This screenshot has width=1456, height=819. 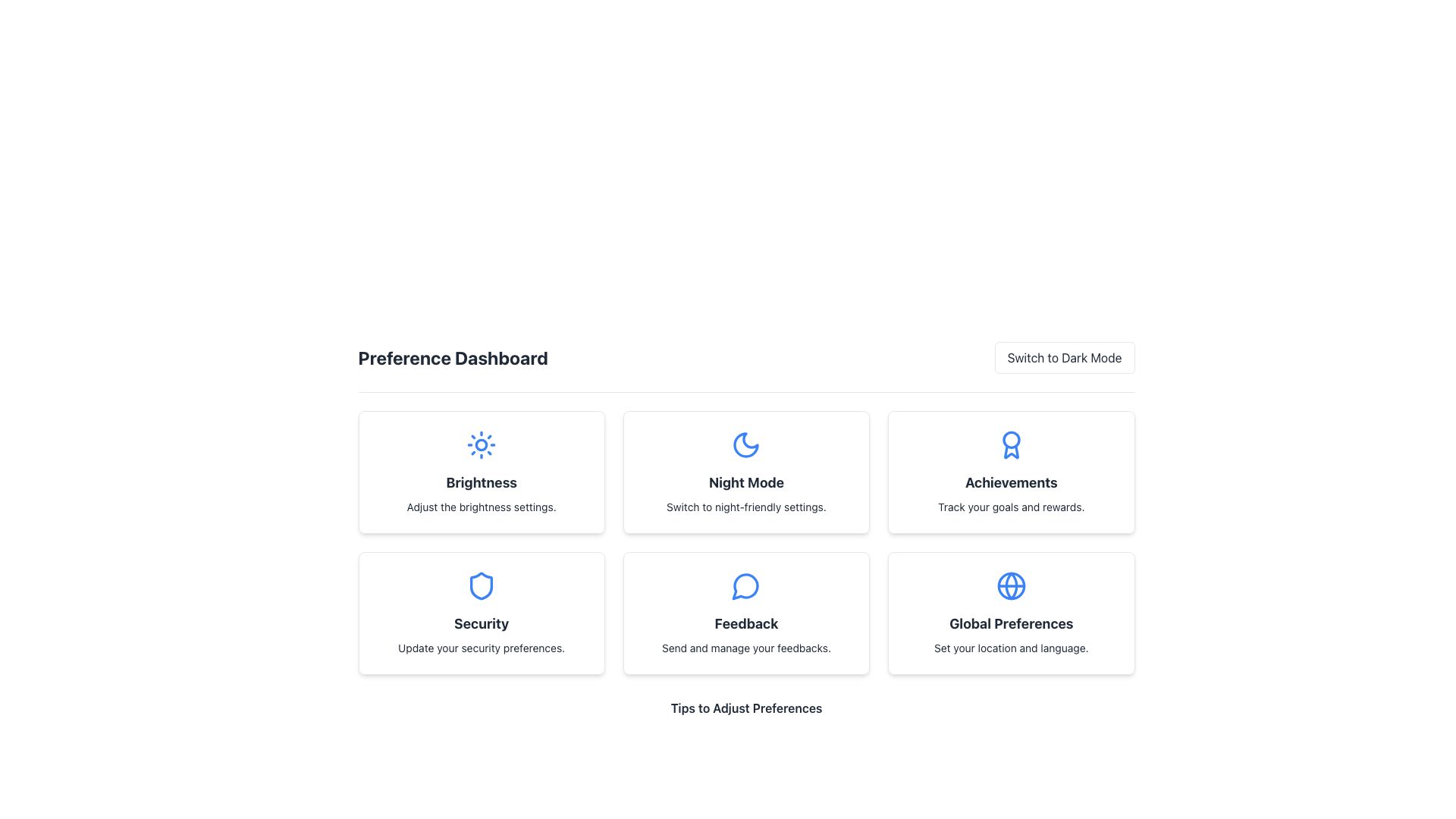 I want to click on information from the non-interactive Informational Card about security settings located in the second row, first column of the grid layout in the 'Preference Dashboard' section, so click(x=481, y=613).